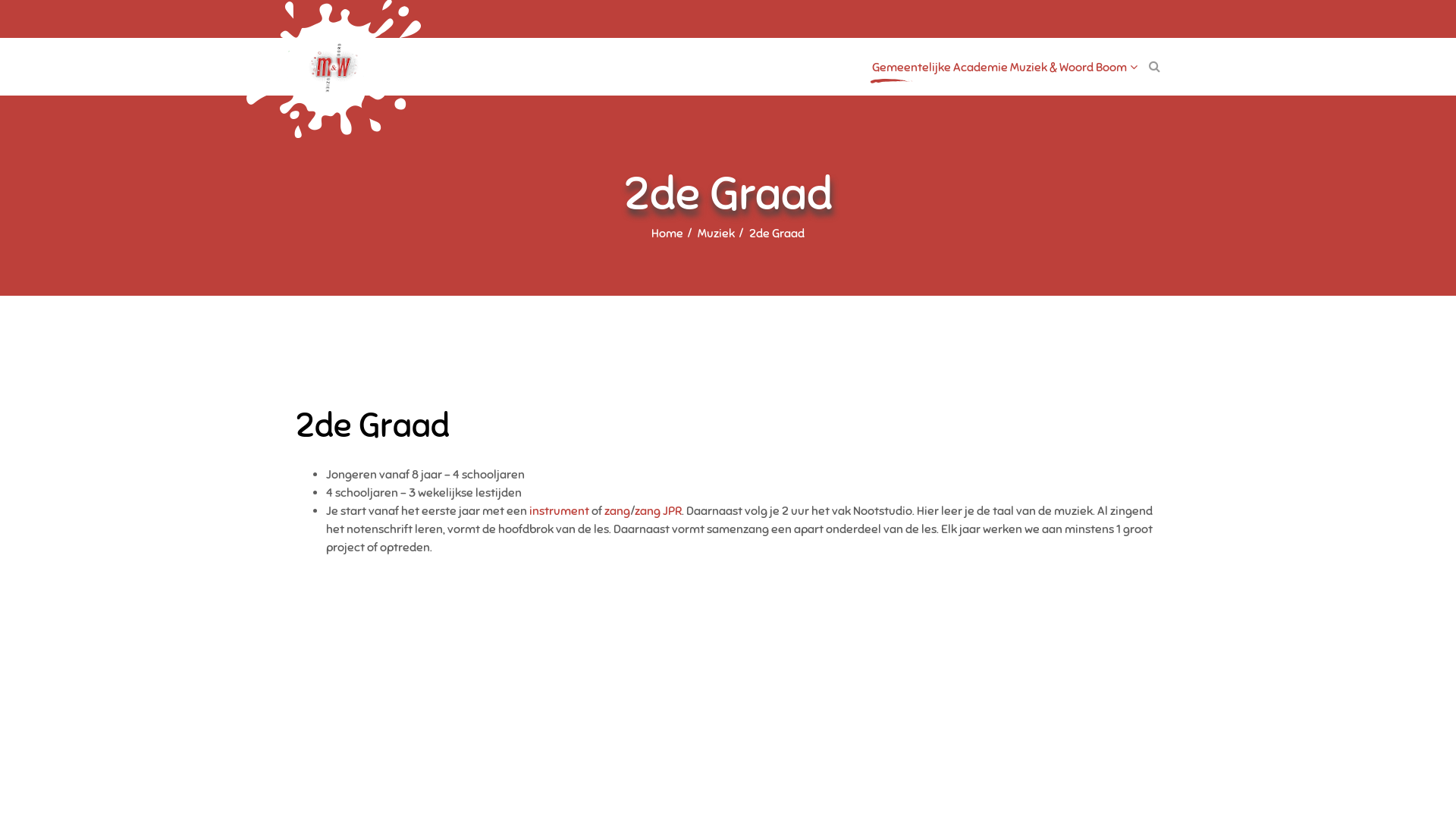  I want to click on 'Gemeentelijke Academie Muziek & Woord Boom', so click(872, 66).